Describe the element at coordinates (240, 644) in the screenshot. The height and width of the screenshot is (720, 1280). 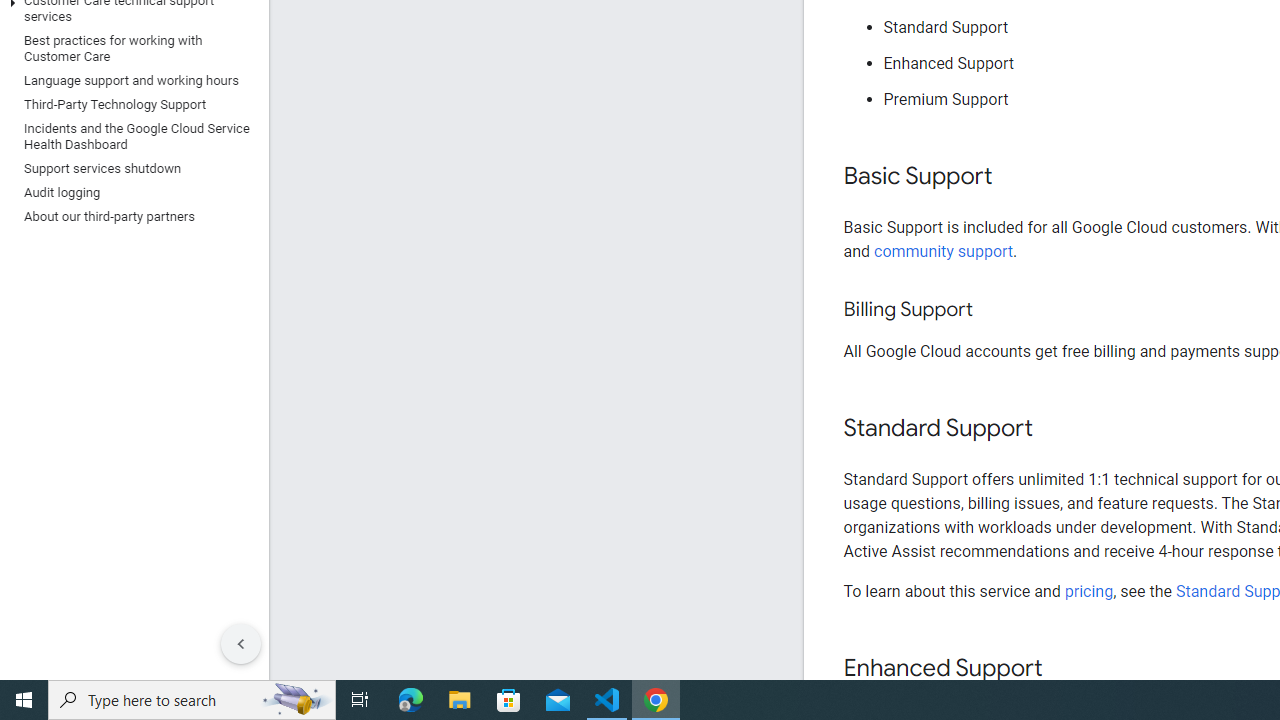
I see `'Hide side navigation'` at that location.